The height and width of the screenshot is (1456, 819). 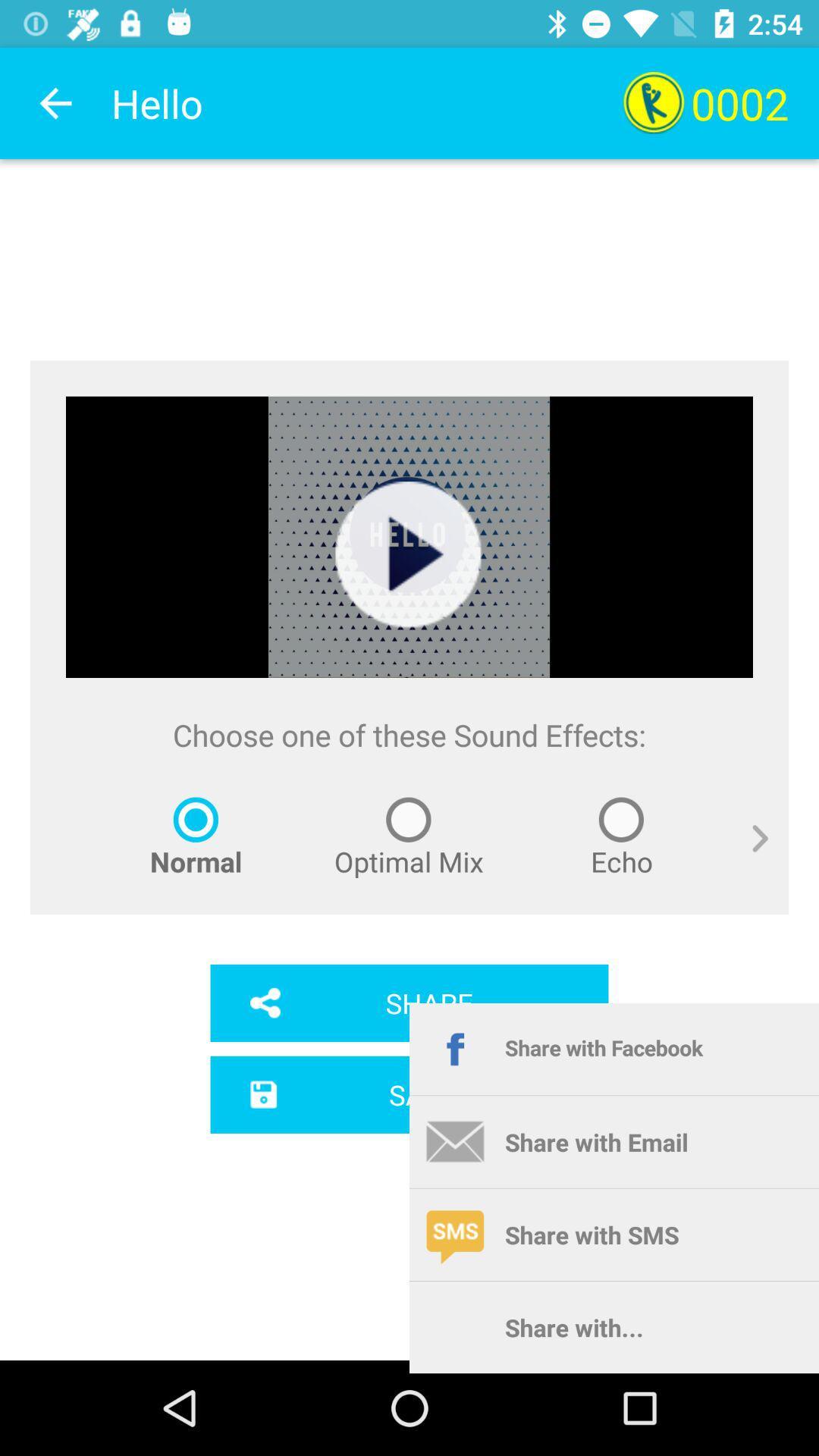 What do you see at coordinates (748, 855) in the screenshot?
I see `icon below the choose one of item` at bounding box center [748, 855].